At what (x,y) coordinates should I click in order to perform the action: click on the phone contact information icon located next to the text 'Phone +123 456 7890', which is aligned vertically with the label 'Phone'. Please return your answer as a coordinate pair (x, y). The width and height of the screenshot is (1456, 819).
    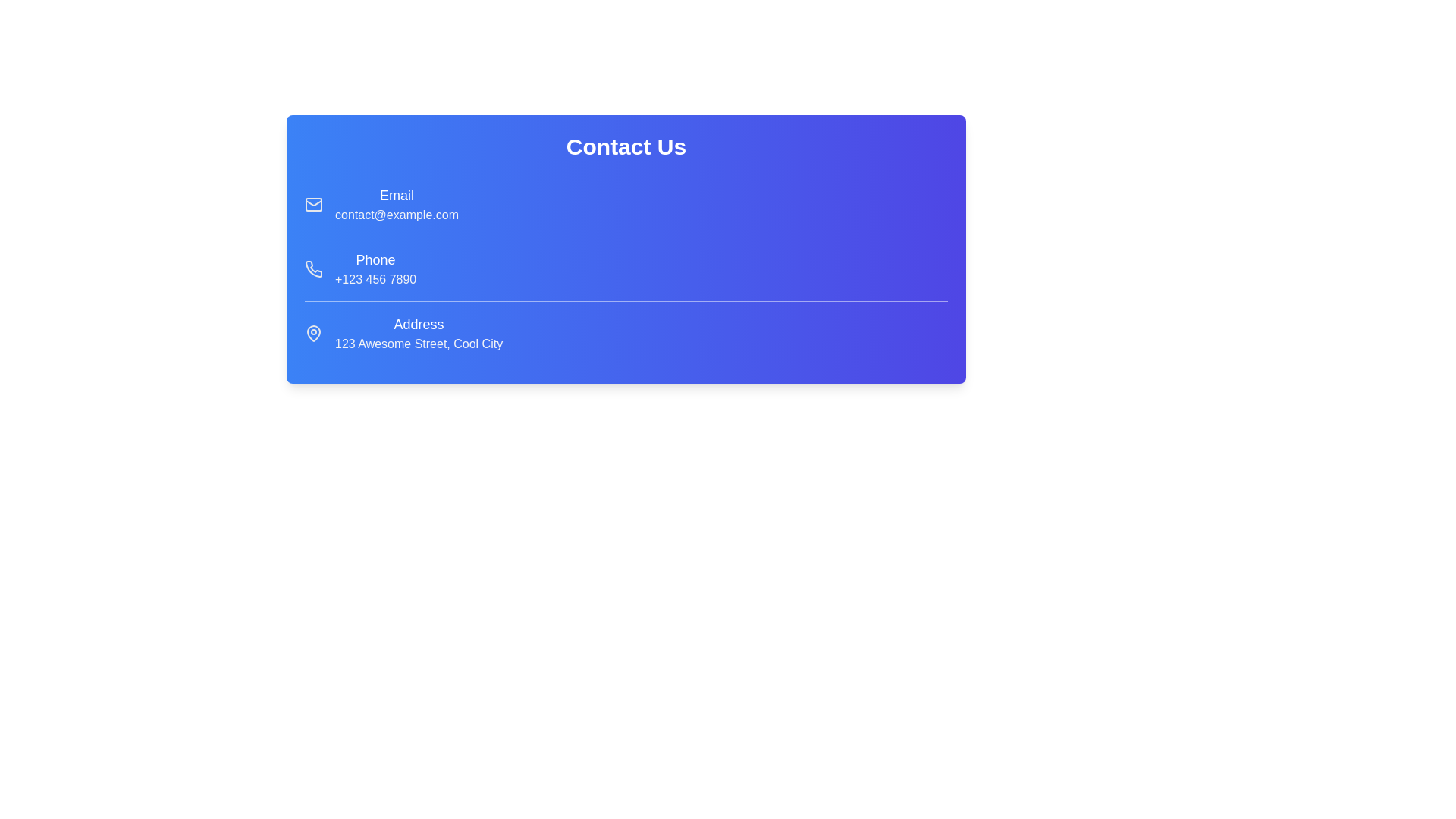
    Looking at the image, I should click on (312, 268).